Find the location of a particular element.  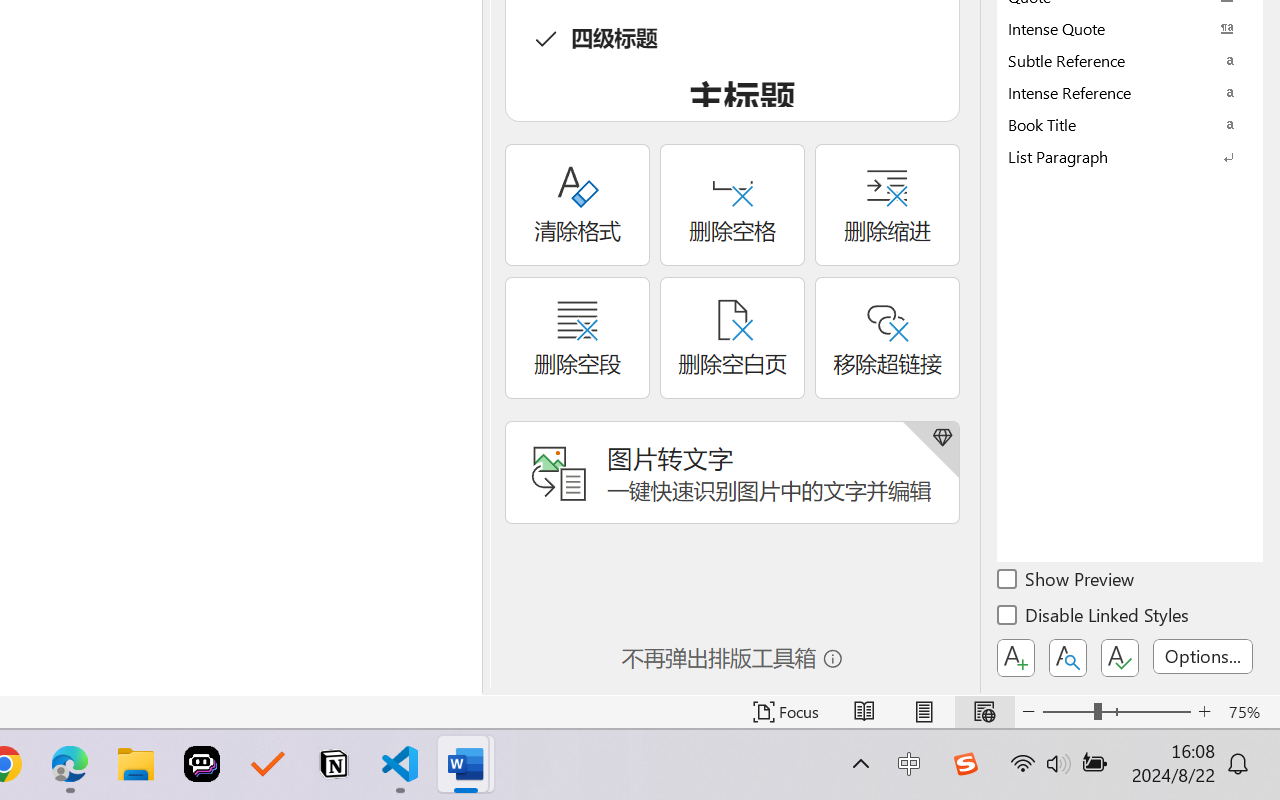

'Web Layout' is located at coordinates (984, 711).